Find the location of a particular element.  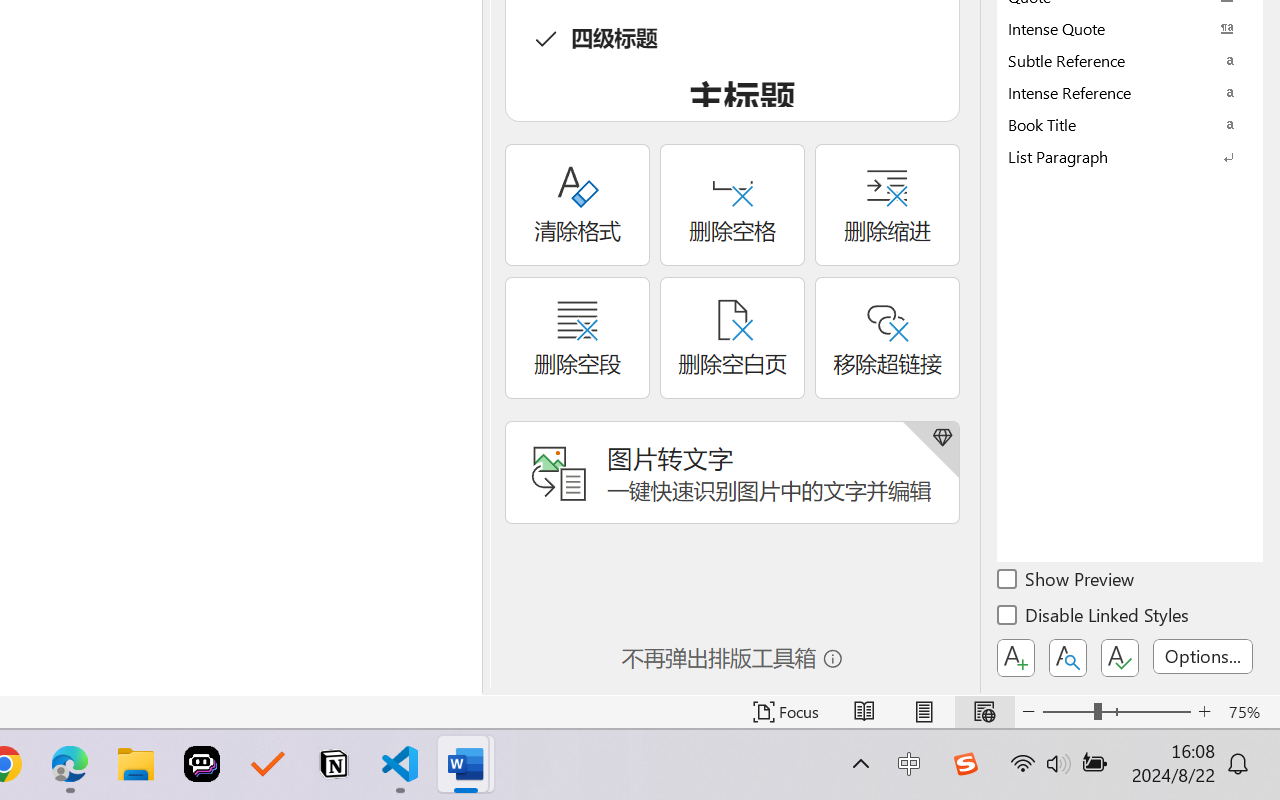

'Web Layout' is located at coordinates (984, 711).